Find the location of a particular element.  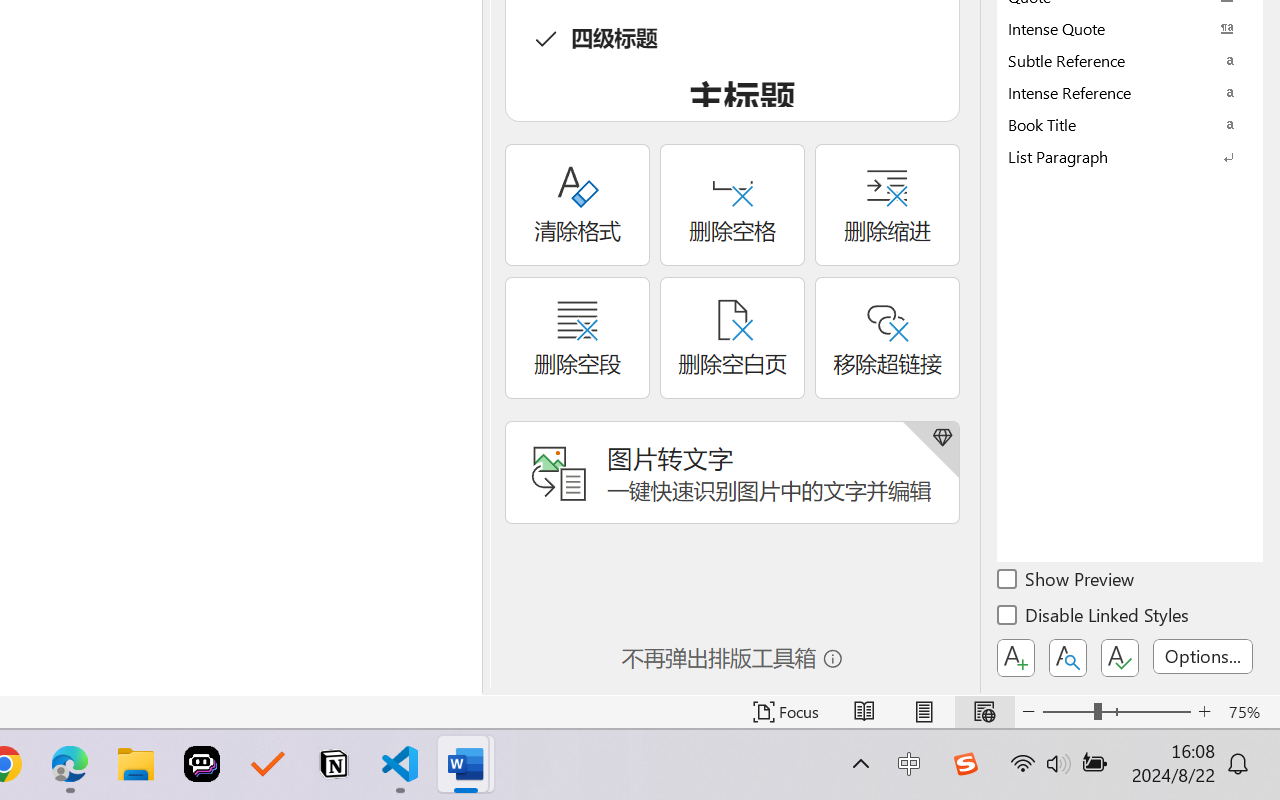

'Web Layout' is located at coordinates (984, 711).